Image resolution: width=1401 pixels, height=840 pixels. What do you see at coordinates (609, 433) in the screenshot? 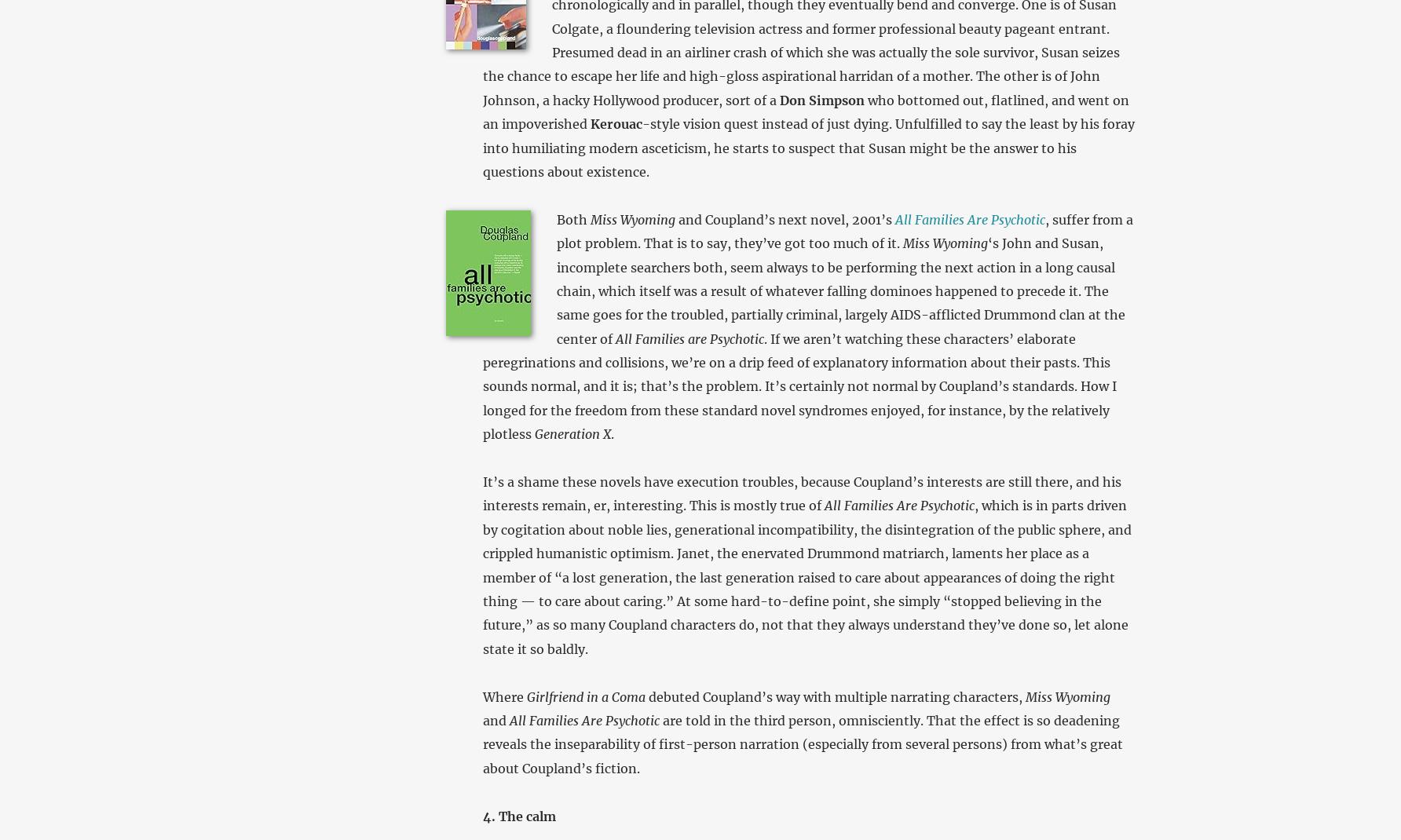
I see `'.'` at bounding box center [609, 433].